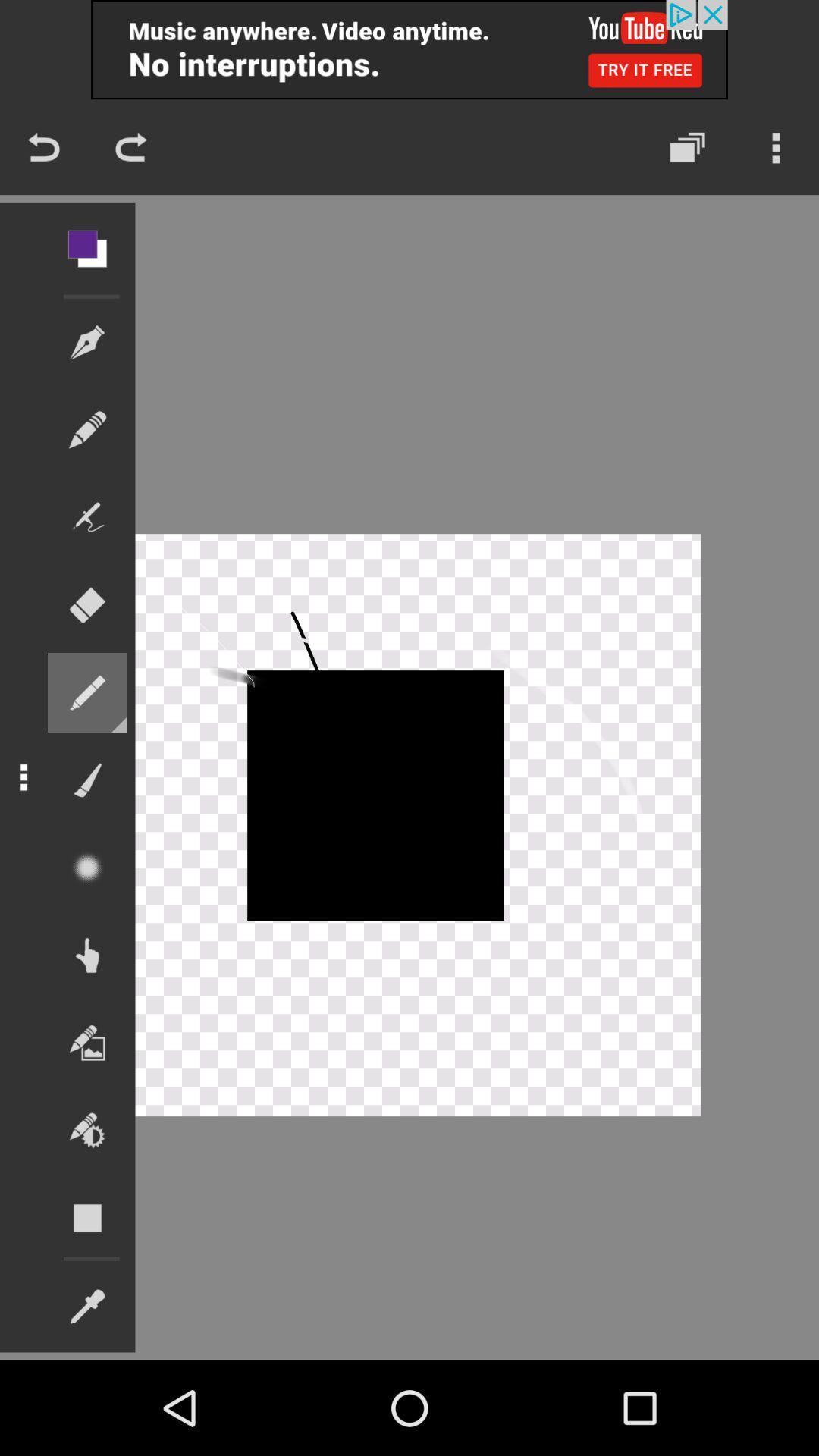 The height and width of the screenshot is (1456, 819). Describe the element at coordinates (87, 1306) in the screenshot. I see `the edit icon` at that location.